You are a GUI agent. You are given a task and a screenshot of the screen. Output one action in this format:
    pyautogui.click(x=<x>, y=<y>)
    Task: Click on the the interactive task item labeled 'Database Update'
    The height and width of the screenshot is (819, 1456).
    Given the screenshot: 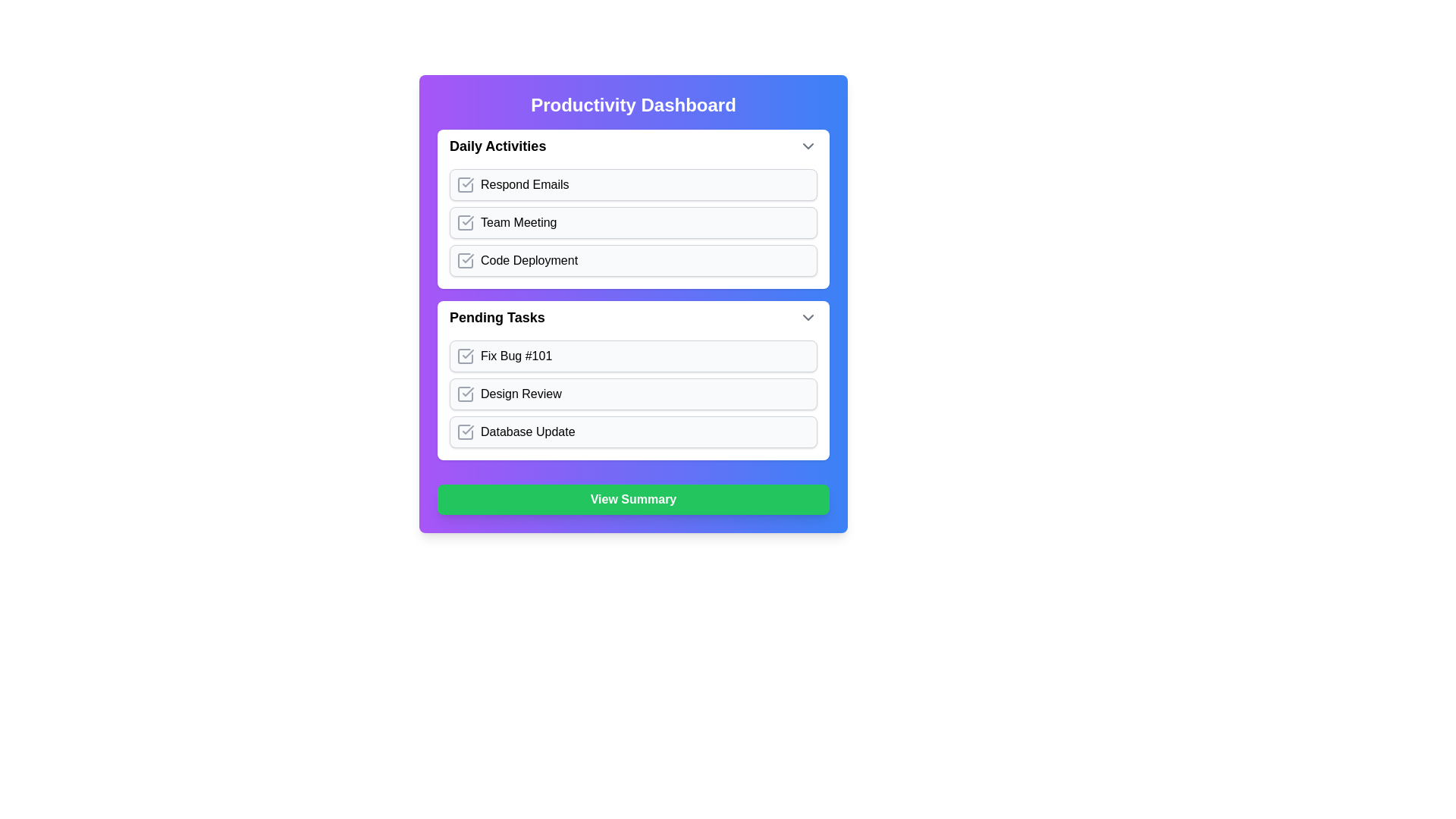 What is the action you would take?
    pyautogui.click(x=633, y=432)
    